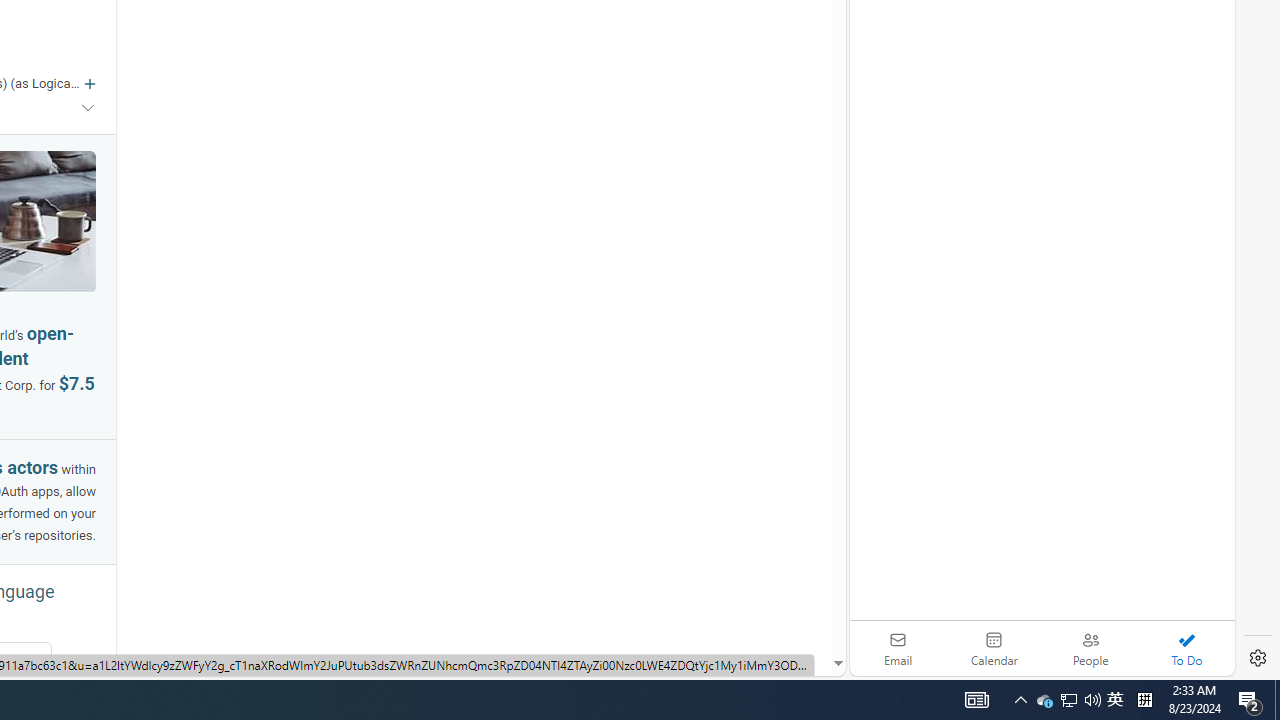  I want to click on 'To Do', so click(1186, 648).